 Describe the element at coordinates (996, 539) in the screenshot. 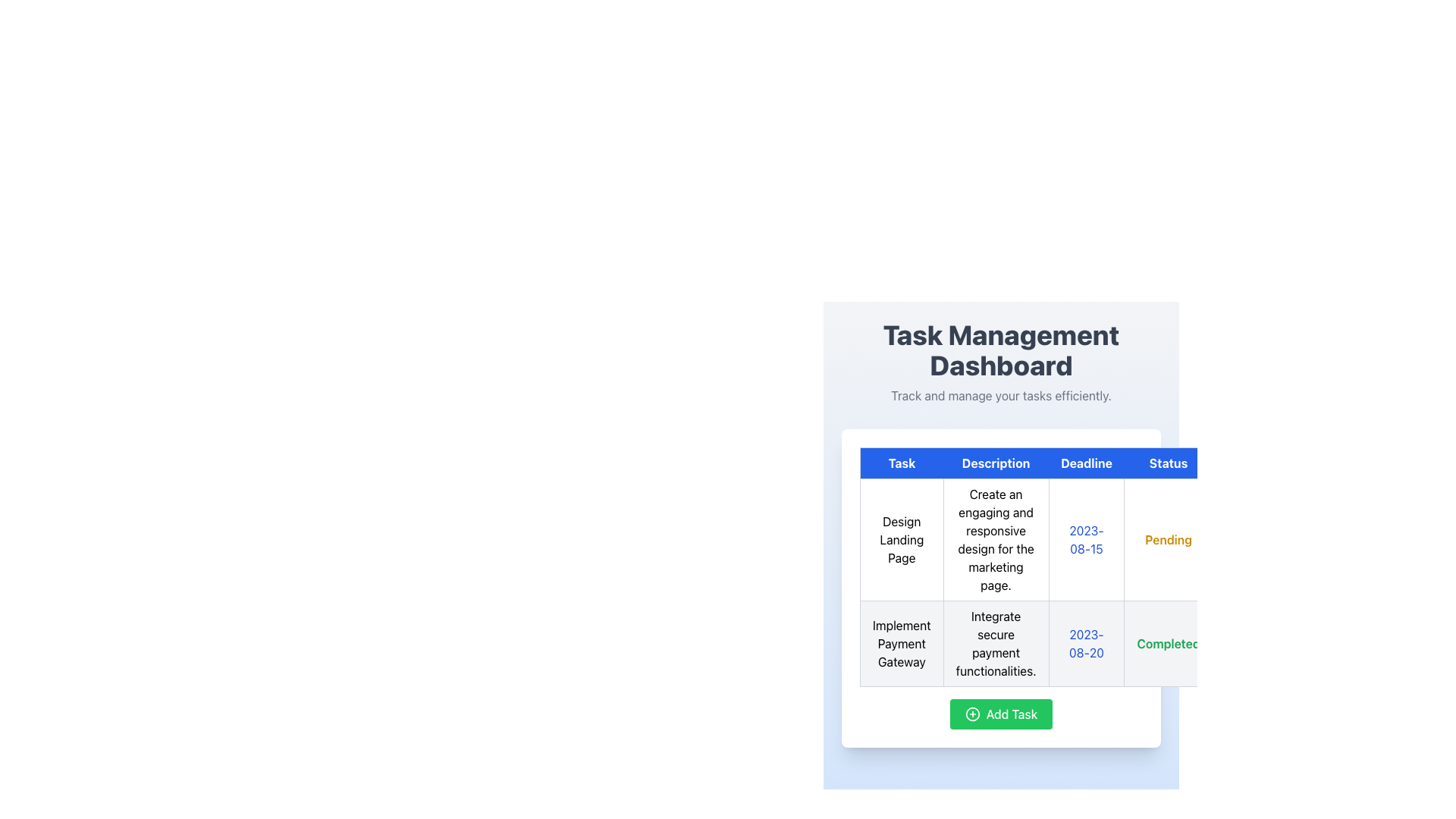

I see `the text in the Text Display Box that provides the detailed description of the task, located in the second column of the first row of the table` at that location.